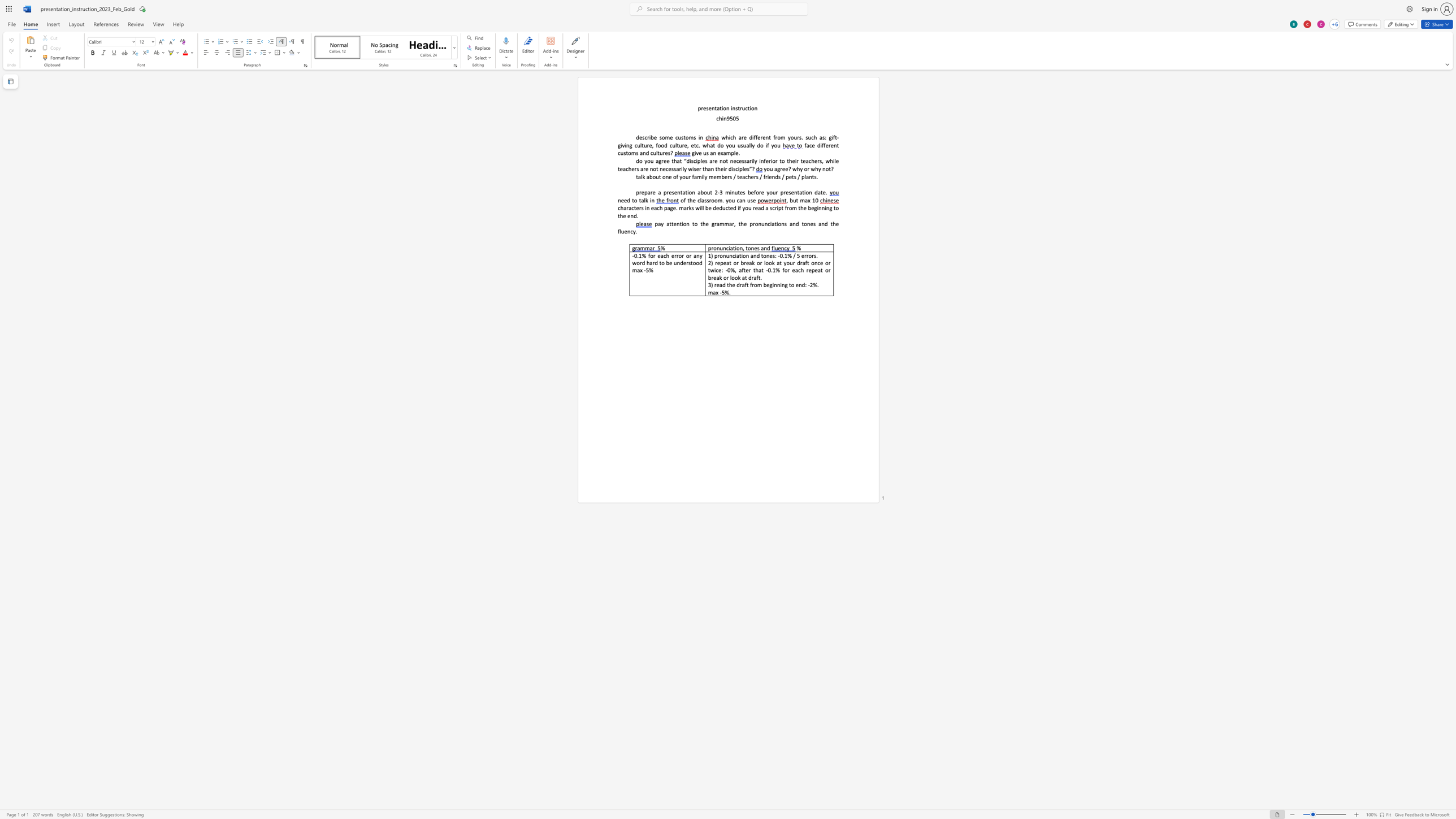  Describe the element at coordinates (784, 223) in the screenshot. I see `the space between the continuous character "n" and "s" in the text` at that location.